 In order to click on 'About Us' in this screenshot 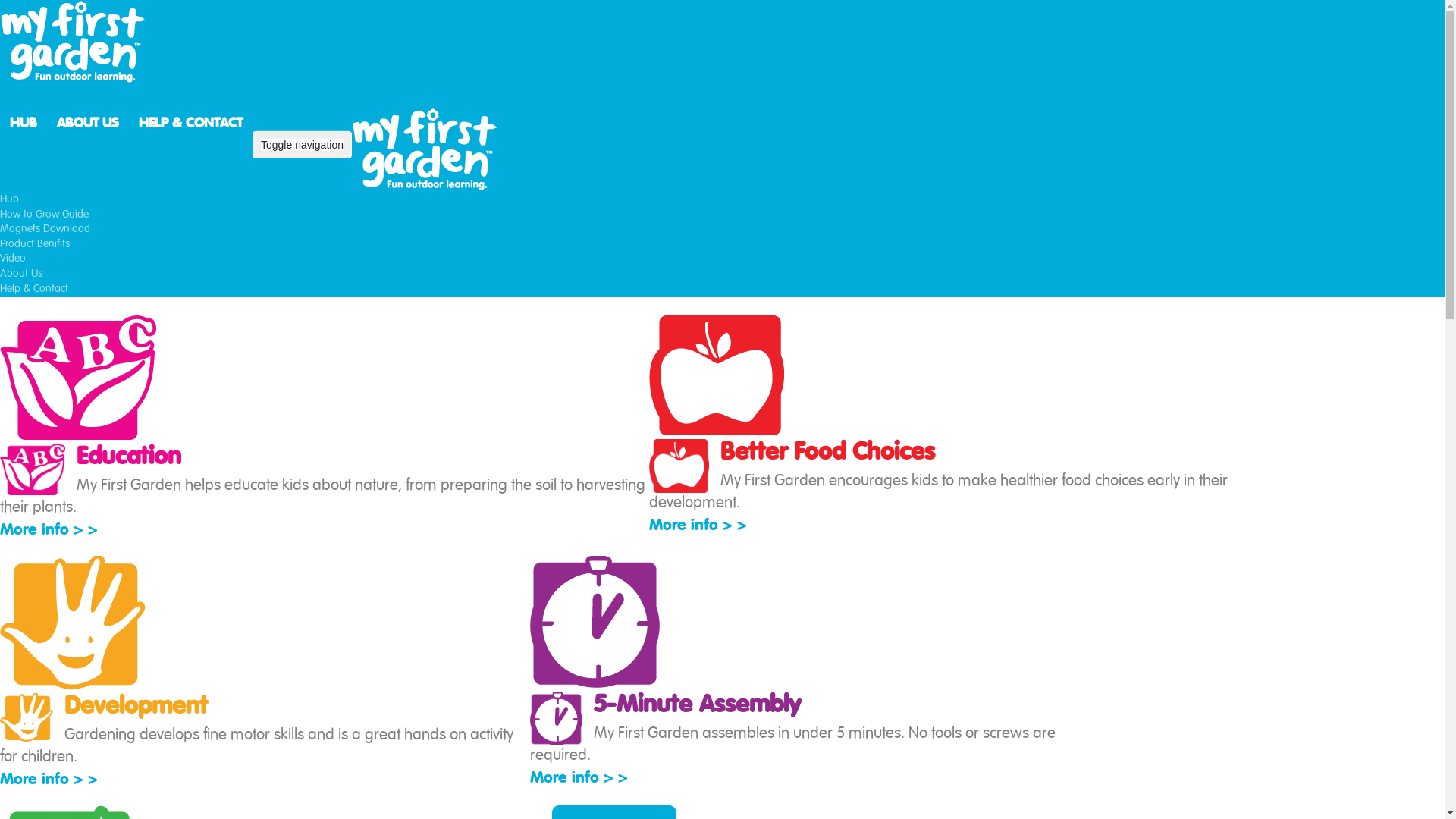, I will do `click(21, 274)`.